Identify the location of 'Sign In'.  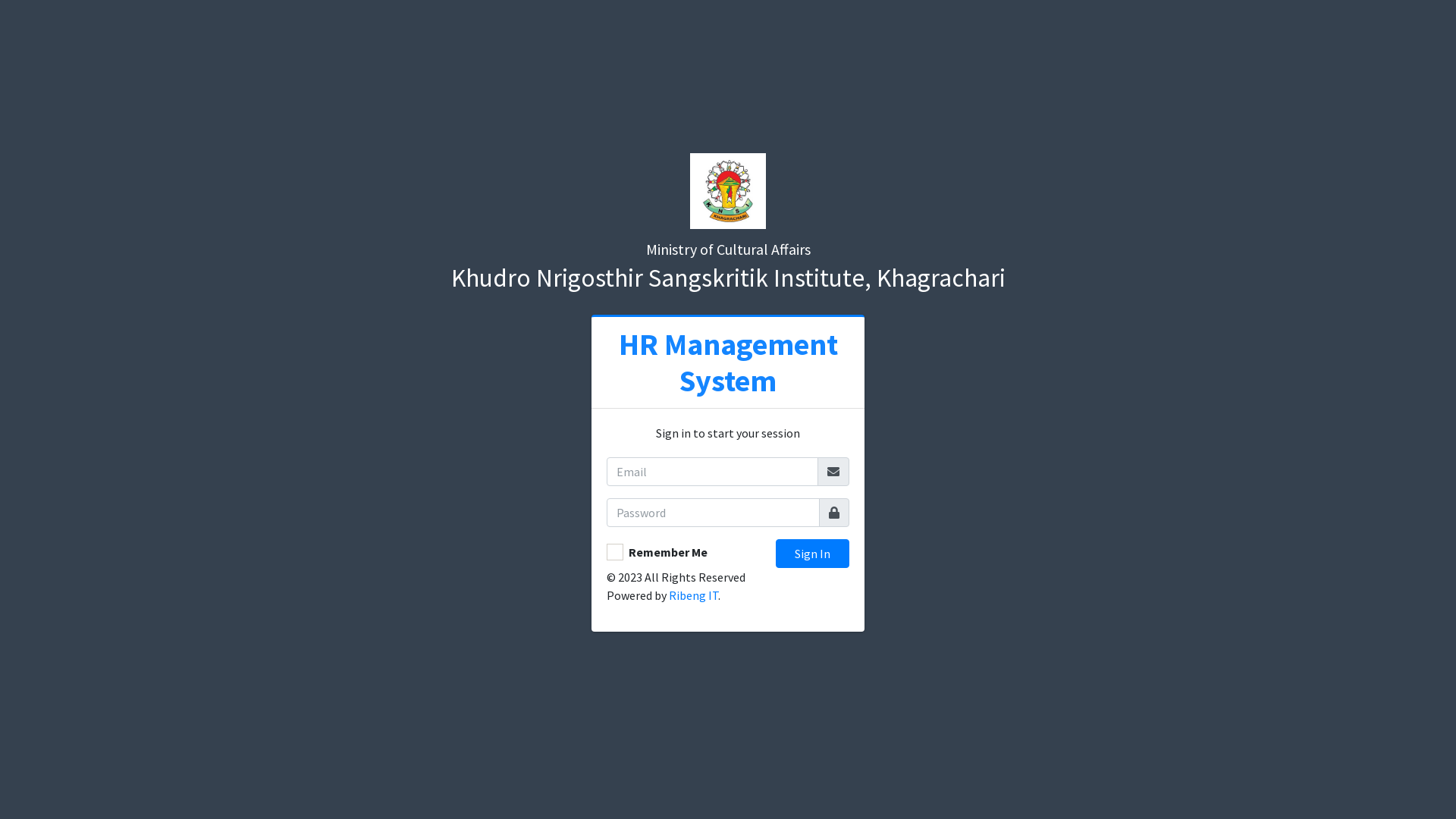
(811, 553).